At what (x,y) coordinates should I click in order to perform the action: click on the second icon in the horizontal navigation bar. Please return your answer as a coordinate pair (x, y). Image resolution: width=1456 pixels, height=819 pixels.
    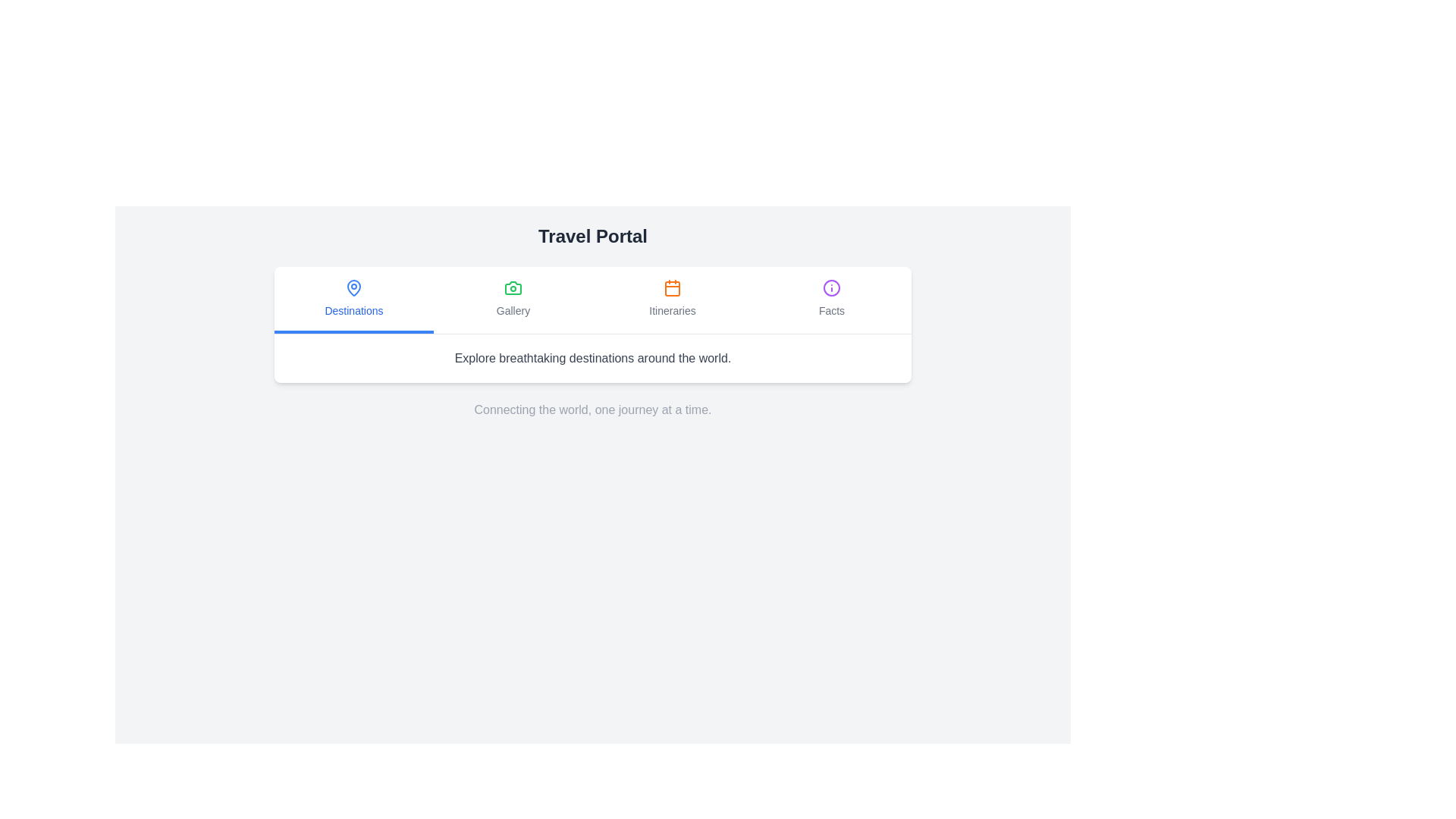
    Looking at the image, I should click on (513, 288).